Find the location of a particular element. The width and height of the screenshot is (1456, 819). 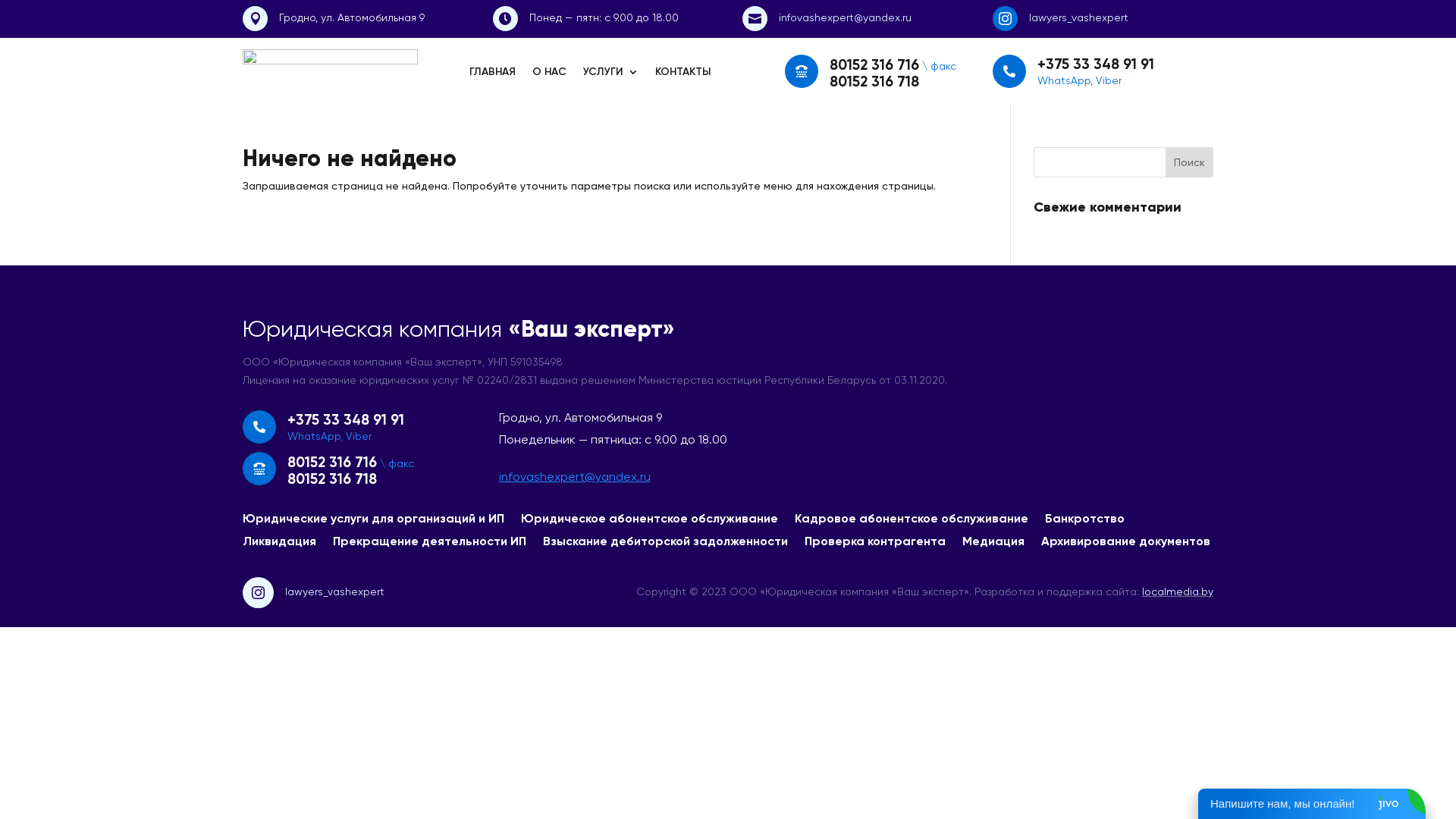

'localmedia.by' is located at coordinates (1177, 590).